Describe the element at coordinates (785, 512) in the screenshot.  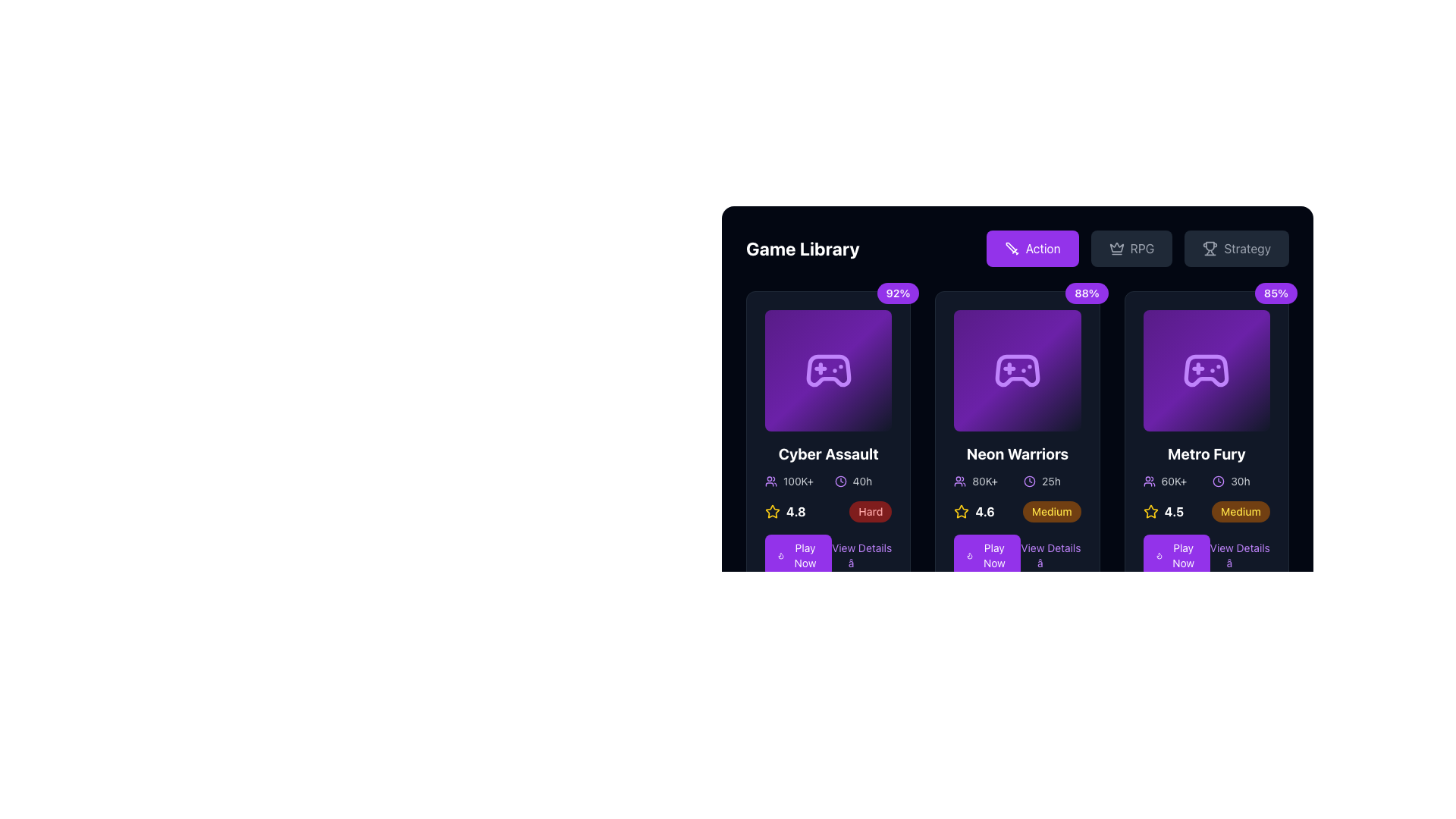
I see `the rating display that shows a yellow star icon and the text '4.8' in bold white font, located below the title 'Cyber Assault' and beside the red tag 'Hard'` at that location.